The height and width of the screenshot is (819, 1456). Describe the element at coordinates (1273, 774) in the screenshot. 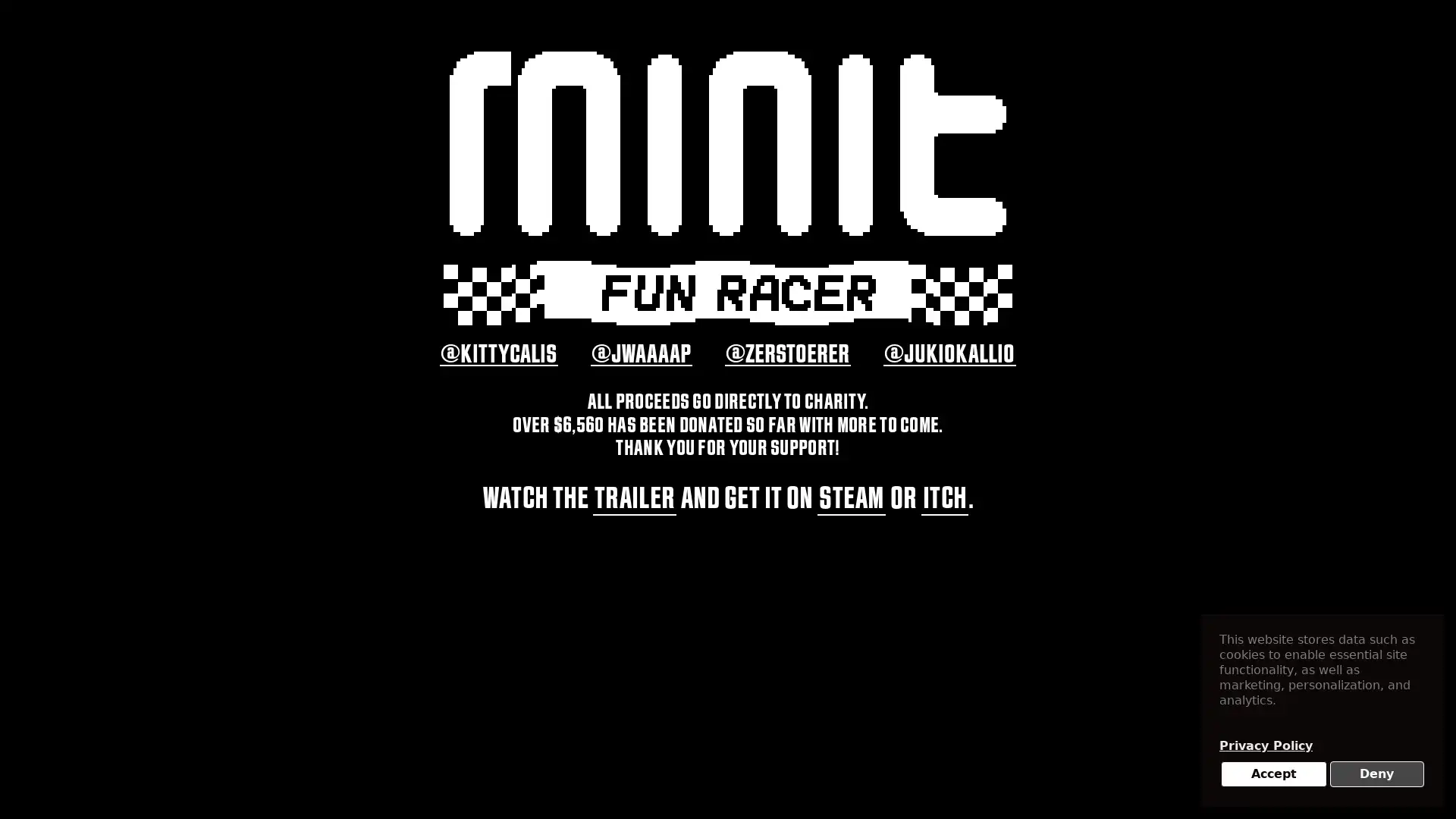

I see `Accept` at that location.